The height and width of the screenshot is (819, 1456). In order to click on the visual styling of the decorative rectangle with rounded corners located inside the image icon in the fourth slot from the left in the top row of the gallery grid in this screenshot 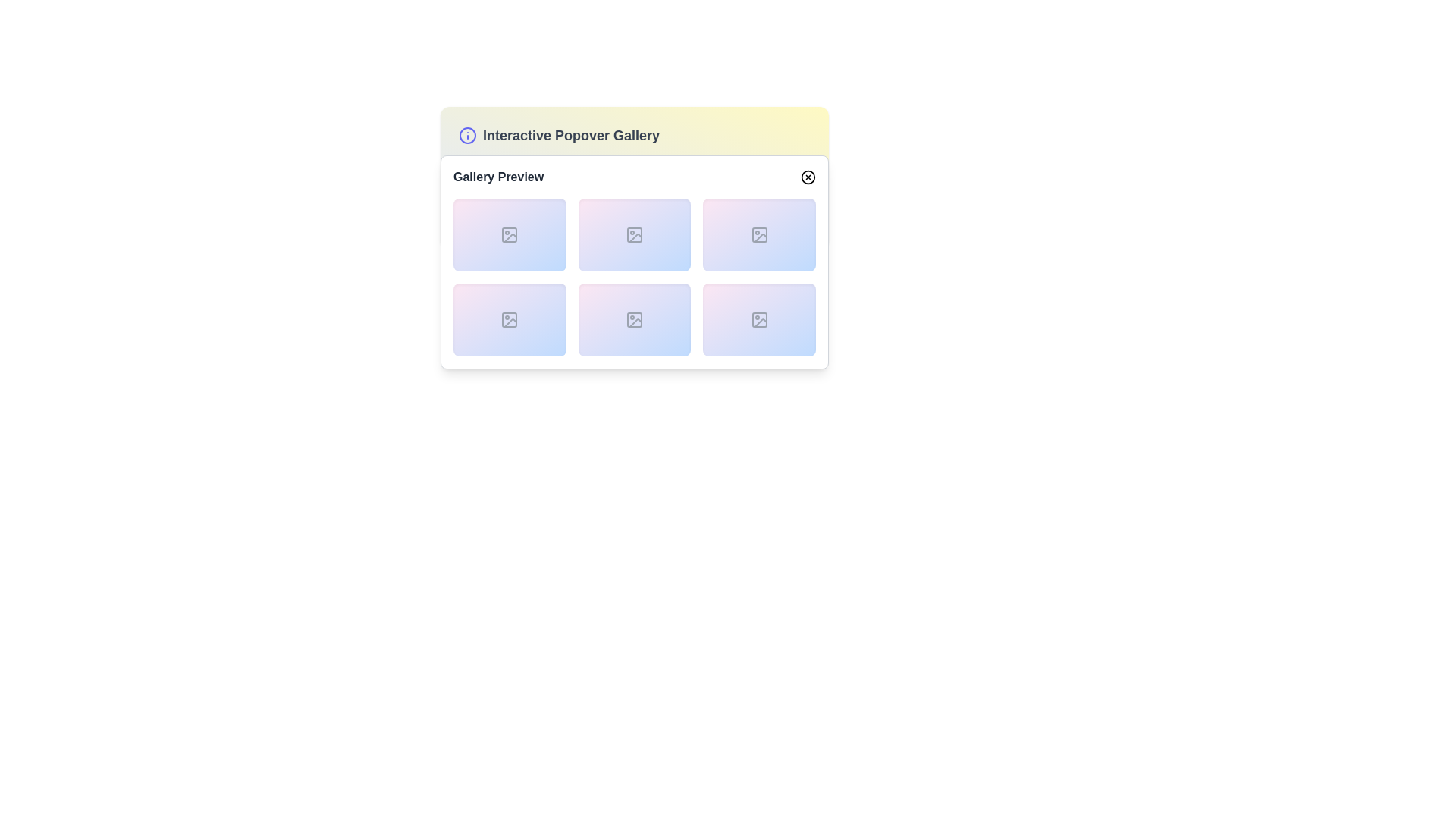, I will do `click(759, 234)`.